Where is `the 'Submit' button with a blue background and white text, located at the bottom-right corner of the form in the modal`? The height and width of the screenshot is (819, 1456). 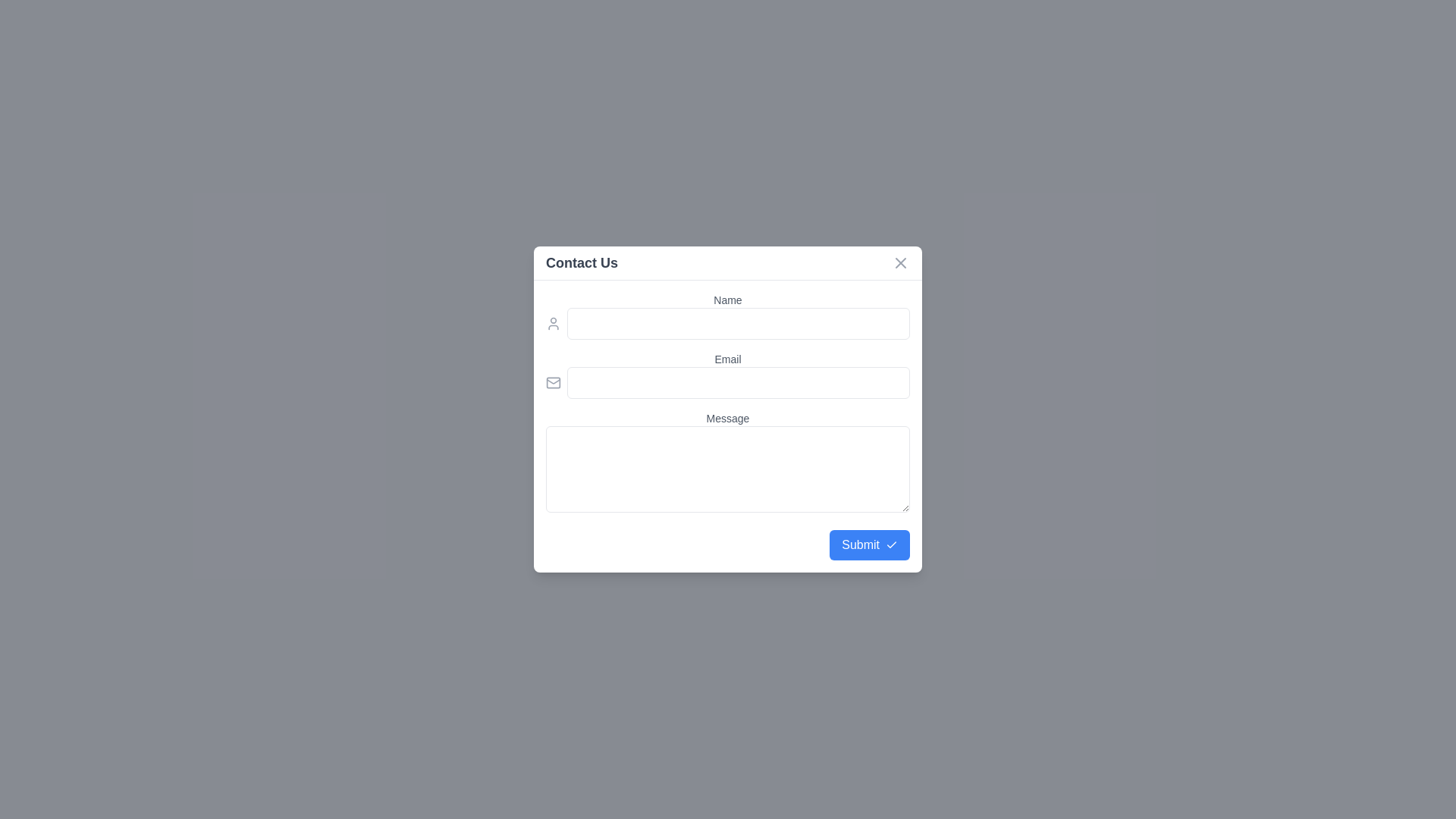 the 'Submit' button with a blue background and white text, located at the bottom-right corner of the form in the modal is located at coordinates (870, 544).